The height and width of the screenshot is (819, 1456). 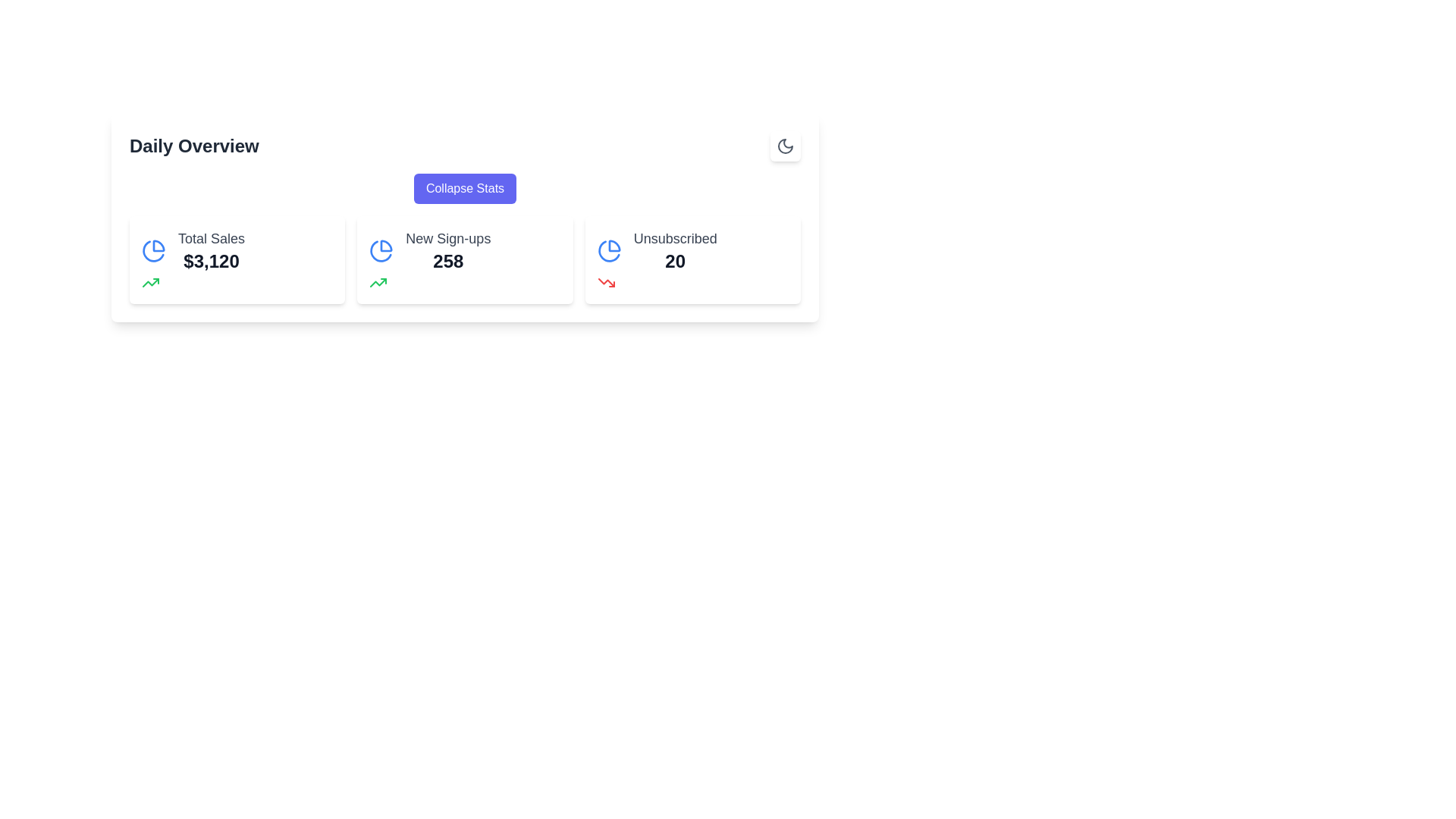 What do you see at coordinates (378, 283) in the screenshot?
I see `the upward trending arrow icon with a green stroke located in the 'Total Sales' card under the 'Daily Overview' section` at bounding box center [378, 283].